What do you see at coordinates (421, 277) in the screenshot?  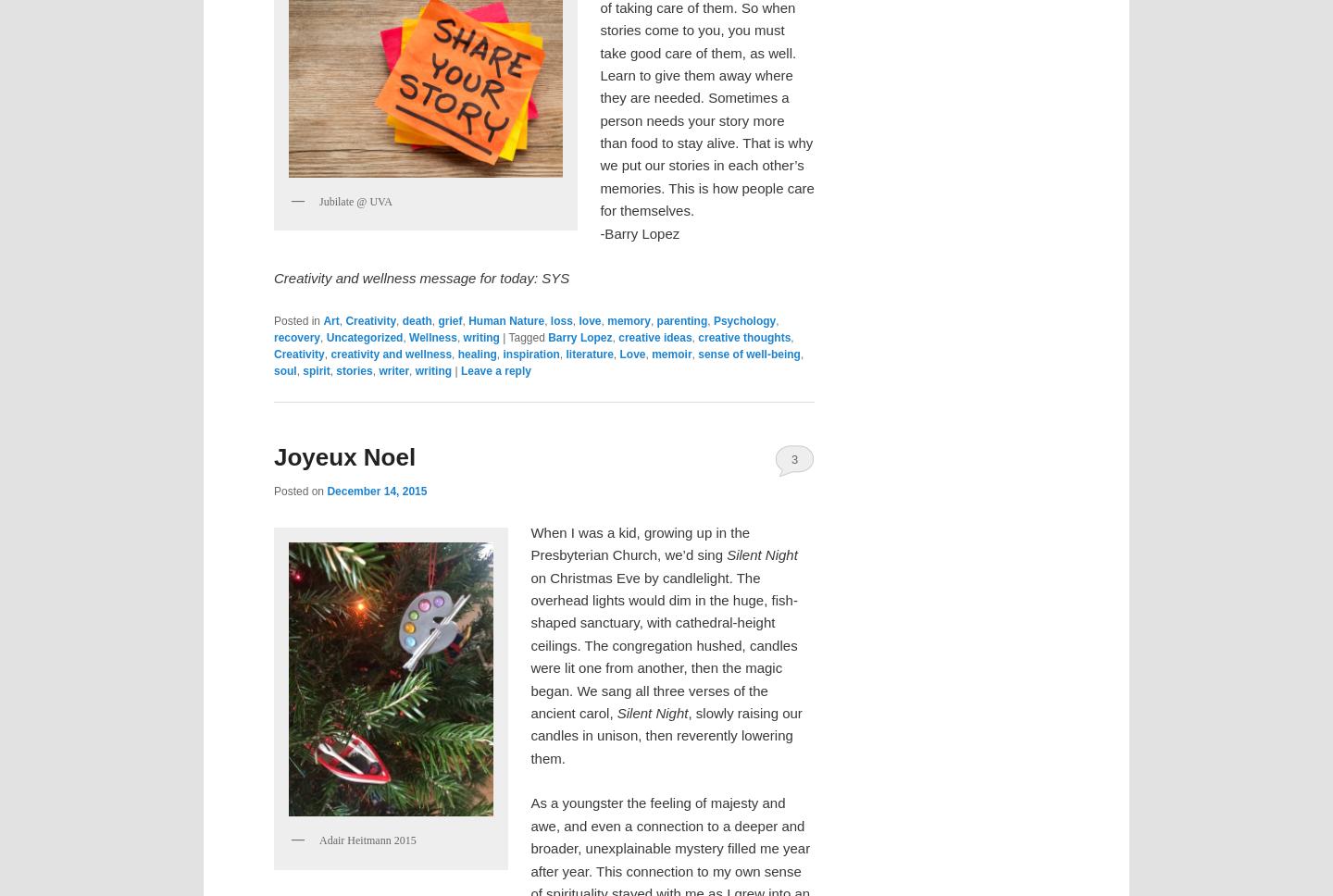 I see `'Creativity and wellness message for today: SYS'` at bounding box center [421, 277].